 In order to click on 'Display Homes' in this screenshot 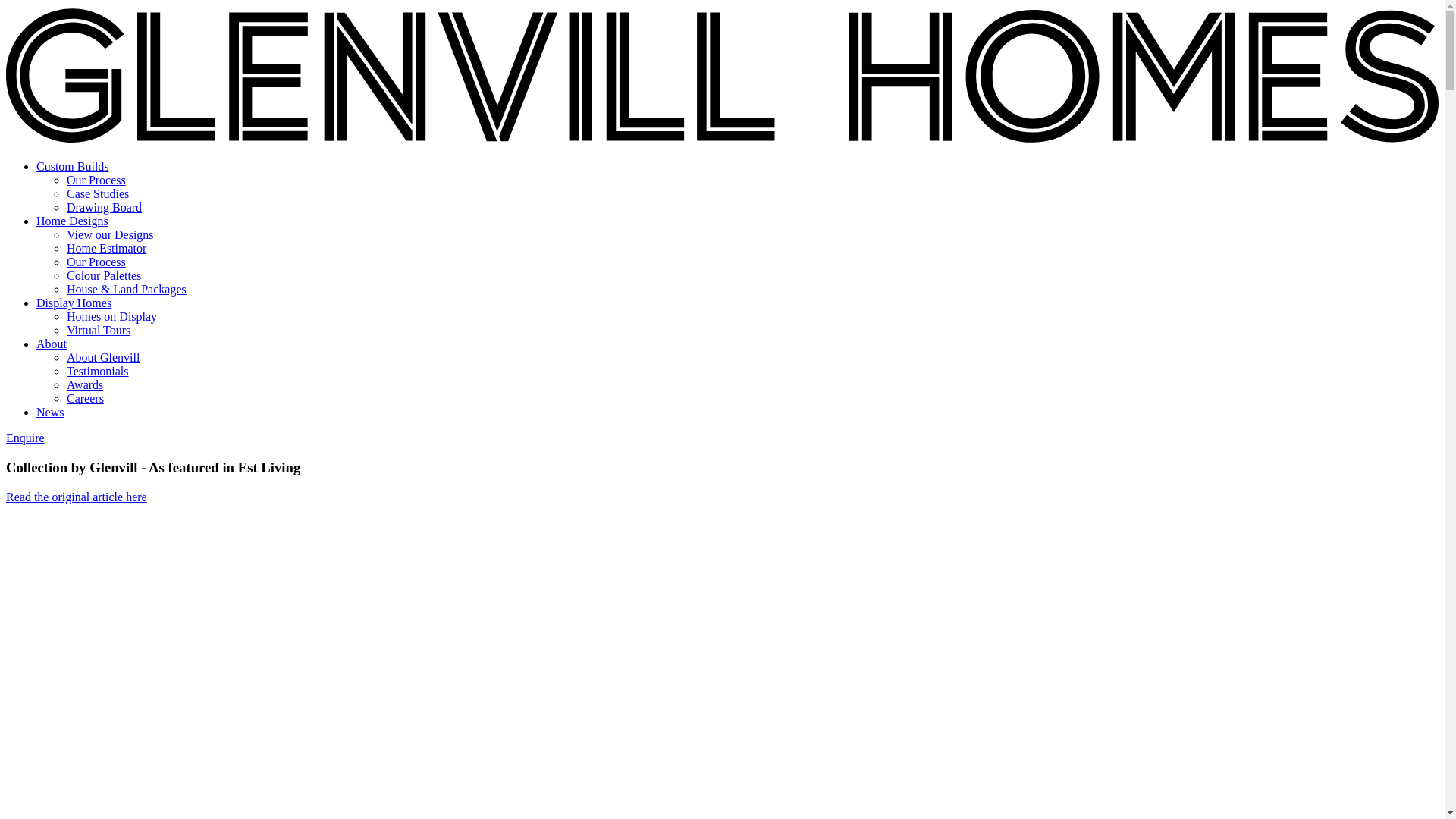, I will do `click(73, 303)`.